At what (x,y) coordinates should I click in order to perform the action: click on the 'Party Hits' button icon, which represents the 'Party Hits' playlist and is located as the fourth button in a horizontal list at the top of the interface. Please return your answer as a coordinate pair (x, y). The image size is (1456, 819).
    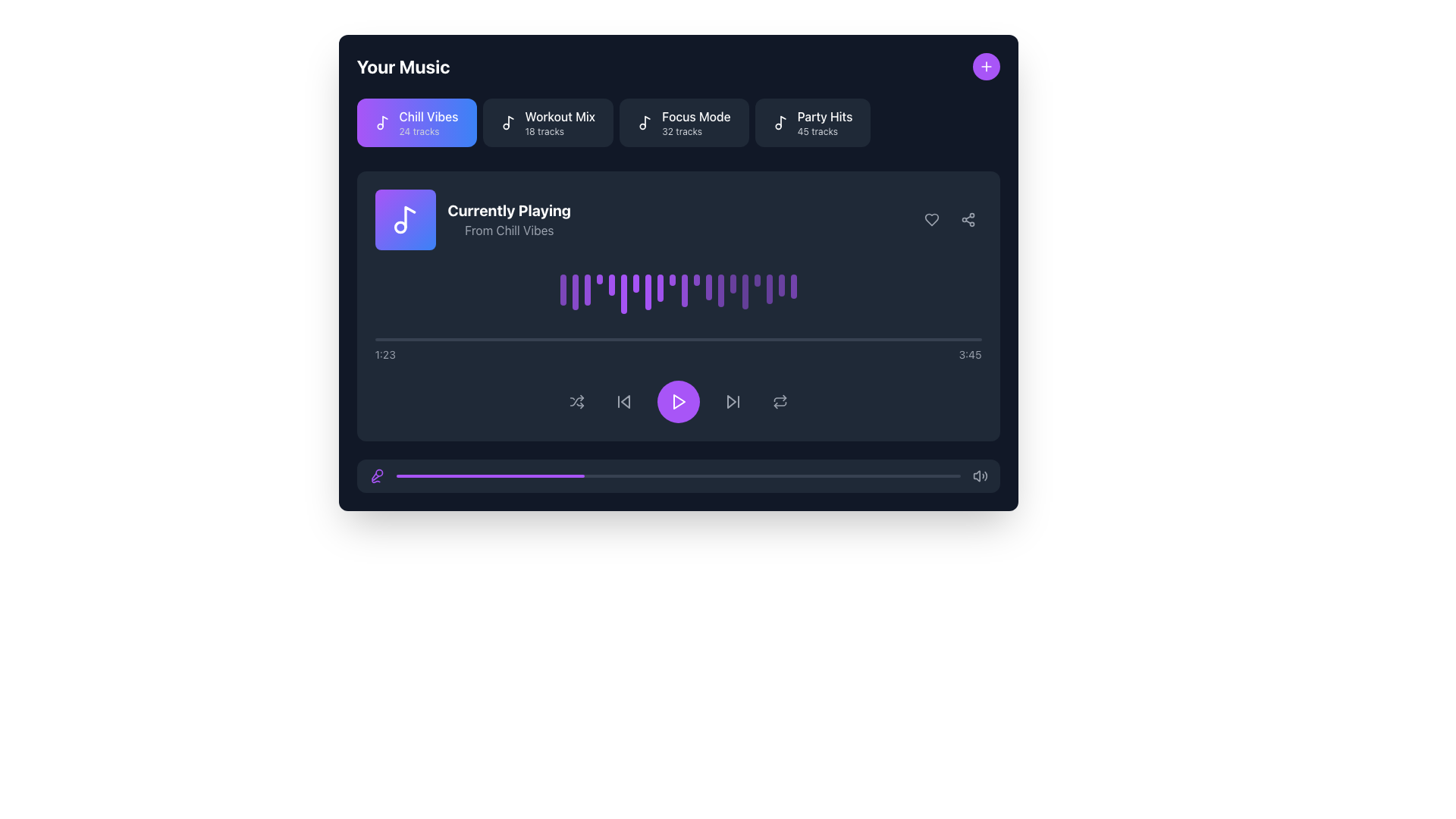
    Looking at the image, I should click on (780, 122).